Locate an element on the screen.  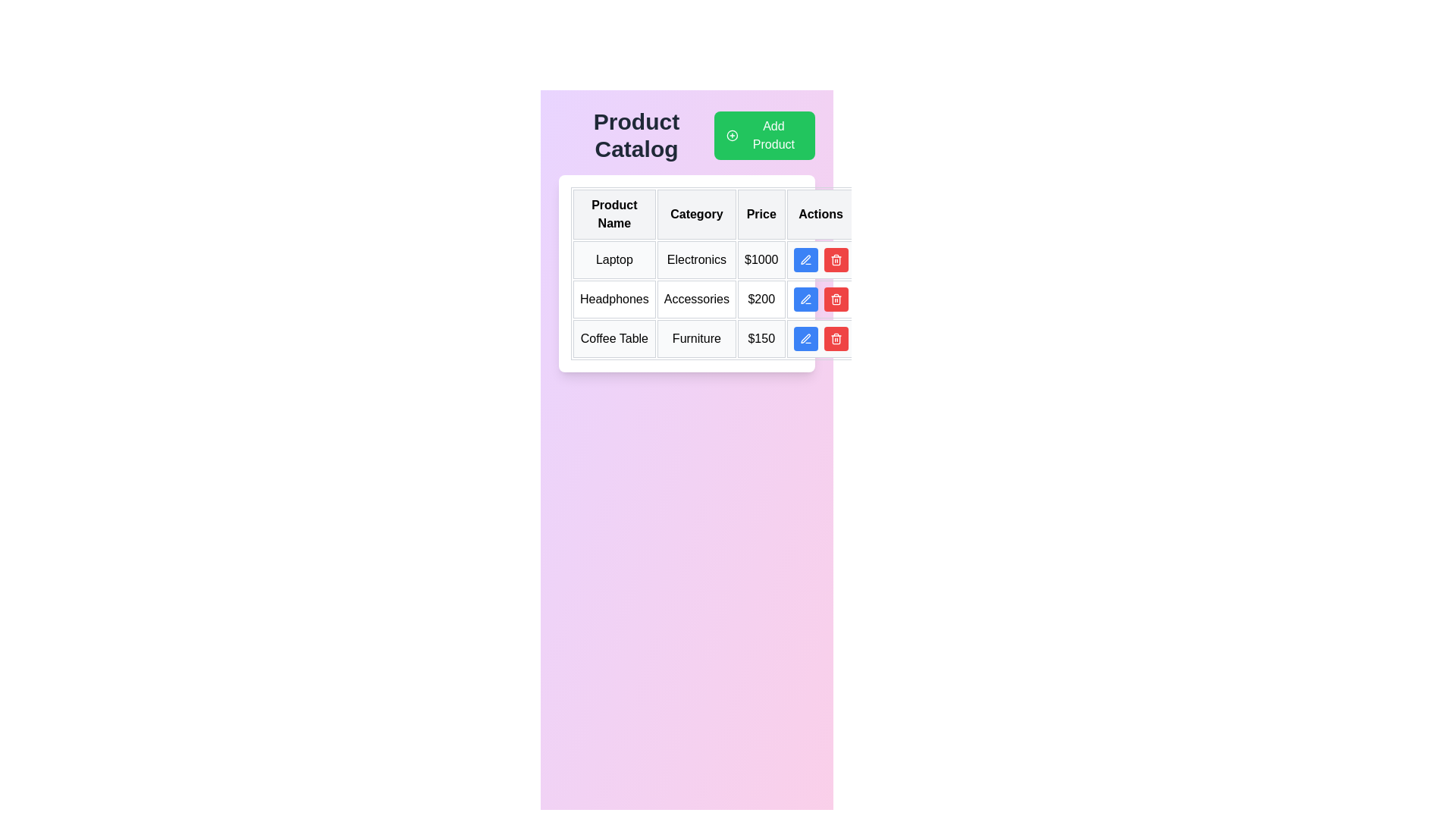
the rectangular section of the trash can icon located in the 'Actions' column of the last row in the product table is located at coordinates (835, 260).